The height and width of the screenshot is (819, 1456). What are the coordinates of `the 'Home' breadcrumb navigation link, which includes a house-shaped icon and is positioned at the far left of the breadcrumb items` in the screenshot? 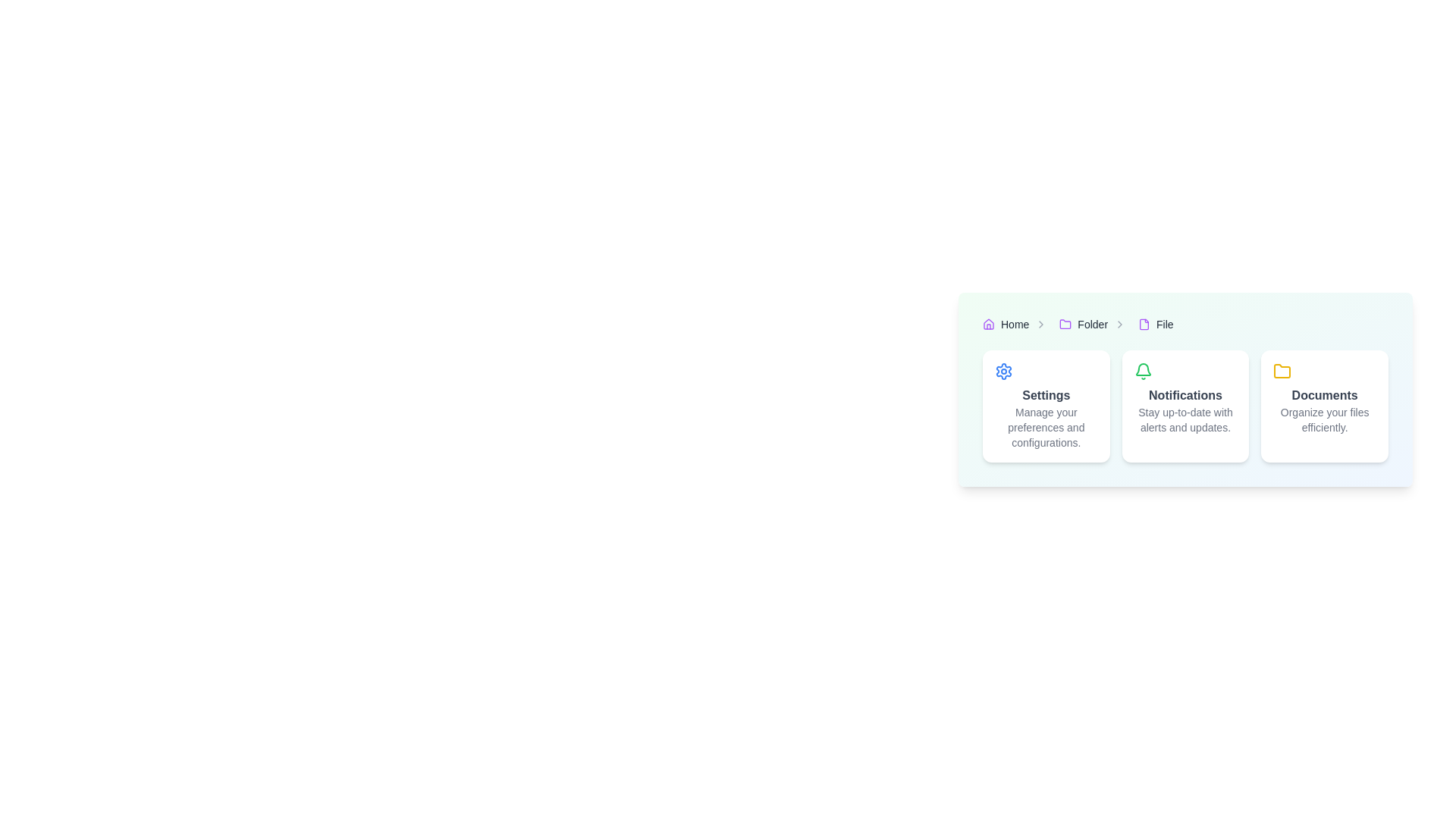 It's located at (1018, 324).